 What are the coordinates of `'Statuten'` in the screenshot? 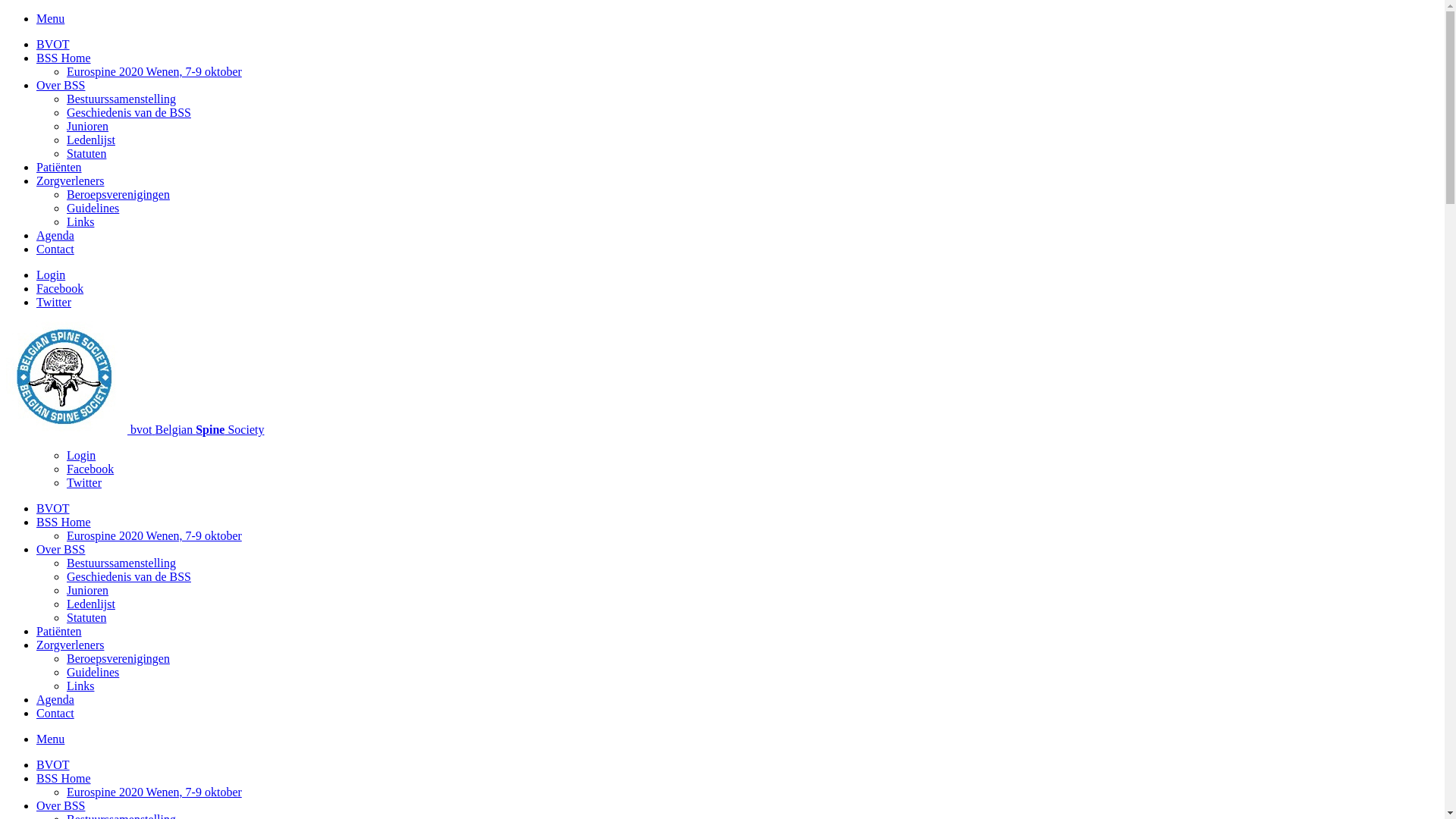 It's located at (86, 153).